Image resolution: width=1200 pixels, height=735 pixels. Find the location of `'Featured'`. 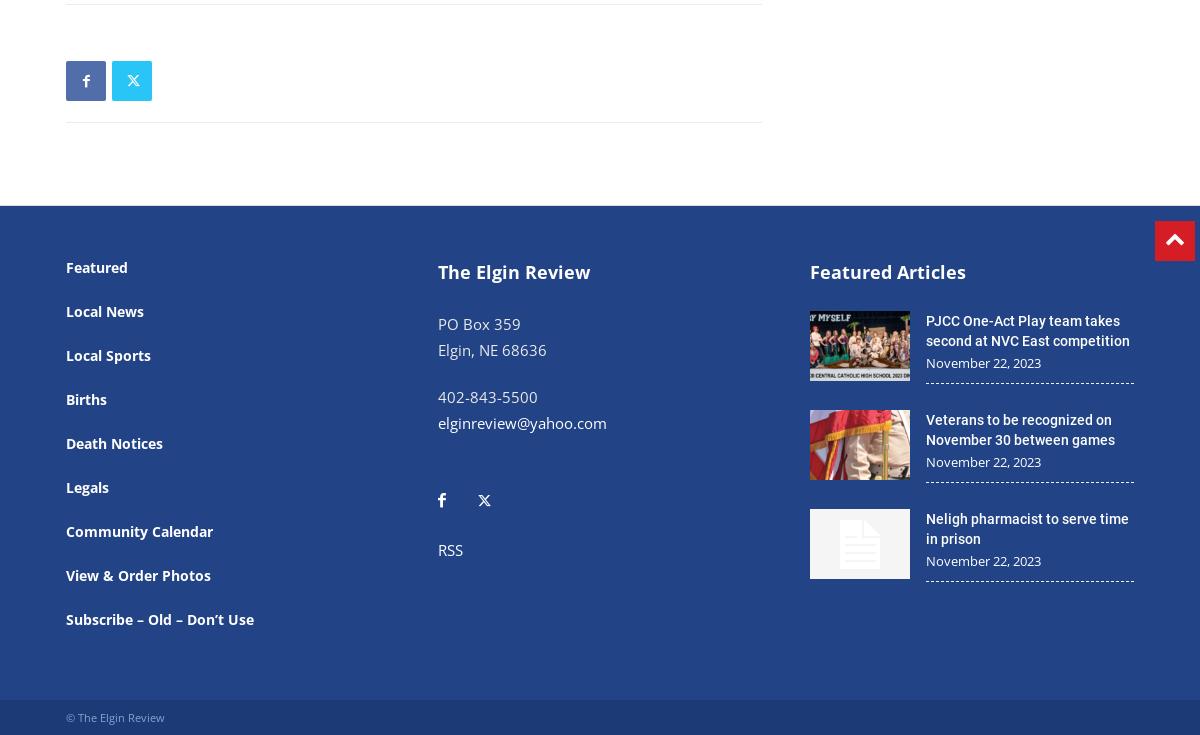

'Featured' is located at coordinates (96, 267).